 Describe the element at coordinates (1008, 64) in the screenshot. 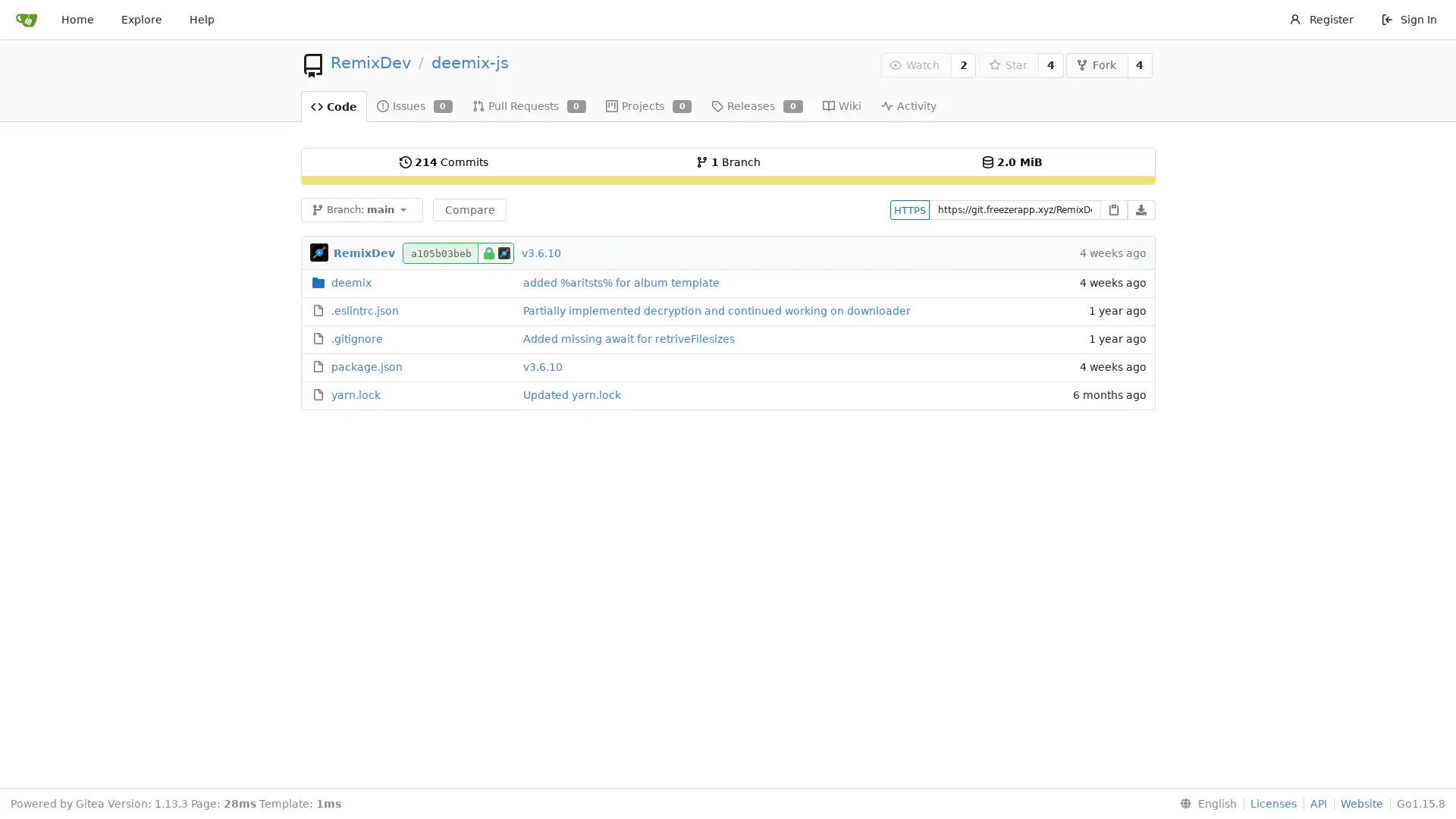

I see `Star` at that location.